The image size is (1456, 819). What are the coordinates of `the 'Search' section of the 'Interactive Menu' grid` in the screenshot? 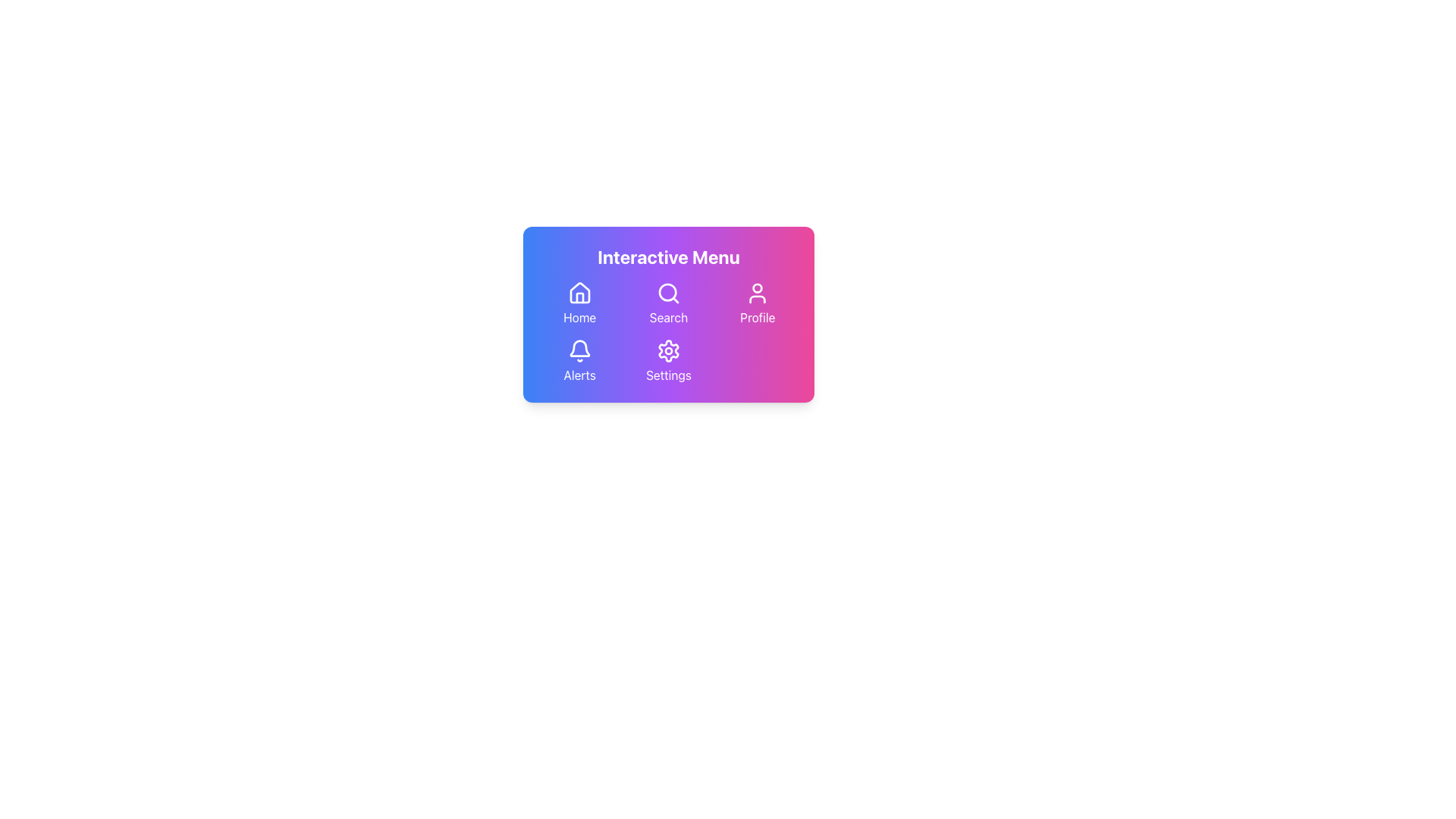 It's located at (668, 314).